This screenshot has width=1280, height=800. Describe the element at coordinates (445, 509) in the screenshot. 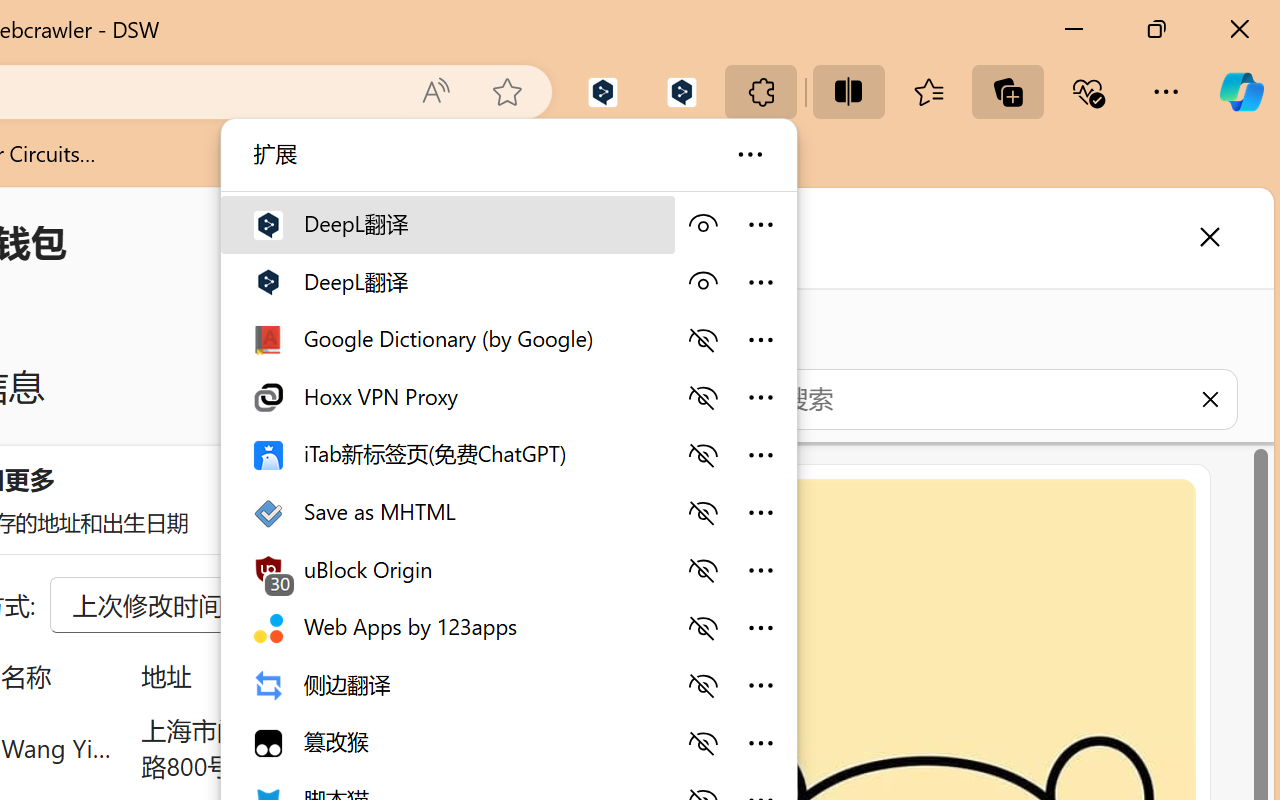

I see `'Save as MHTML'` at that location.